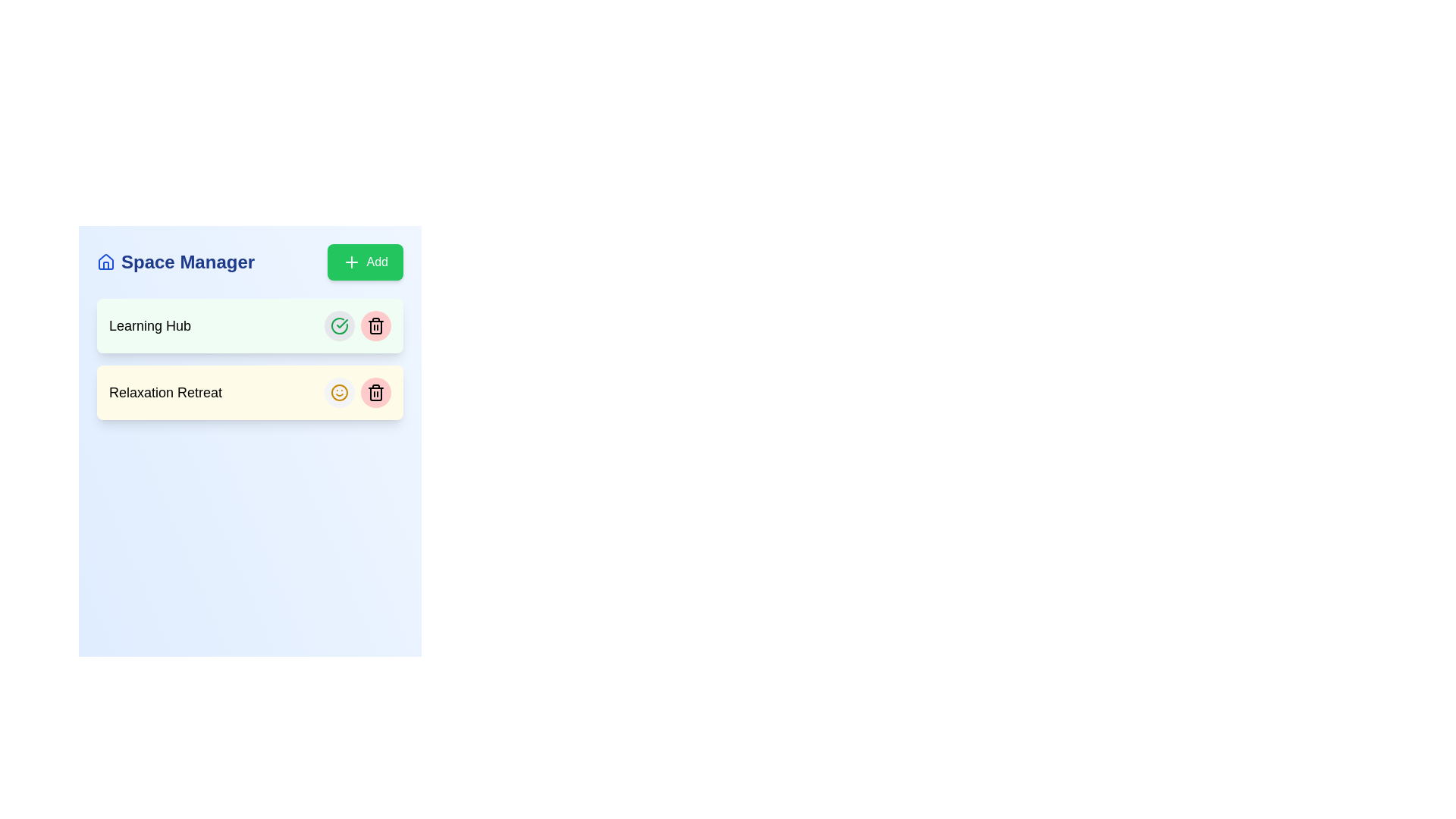  I want to click on the circular red button with a trash can icon, located in the second row of the 'Relaxation Retreat' entry, to observe its hover effects, so click(375, 391).